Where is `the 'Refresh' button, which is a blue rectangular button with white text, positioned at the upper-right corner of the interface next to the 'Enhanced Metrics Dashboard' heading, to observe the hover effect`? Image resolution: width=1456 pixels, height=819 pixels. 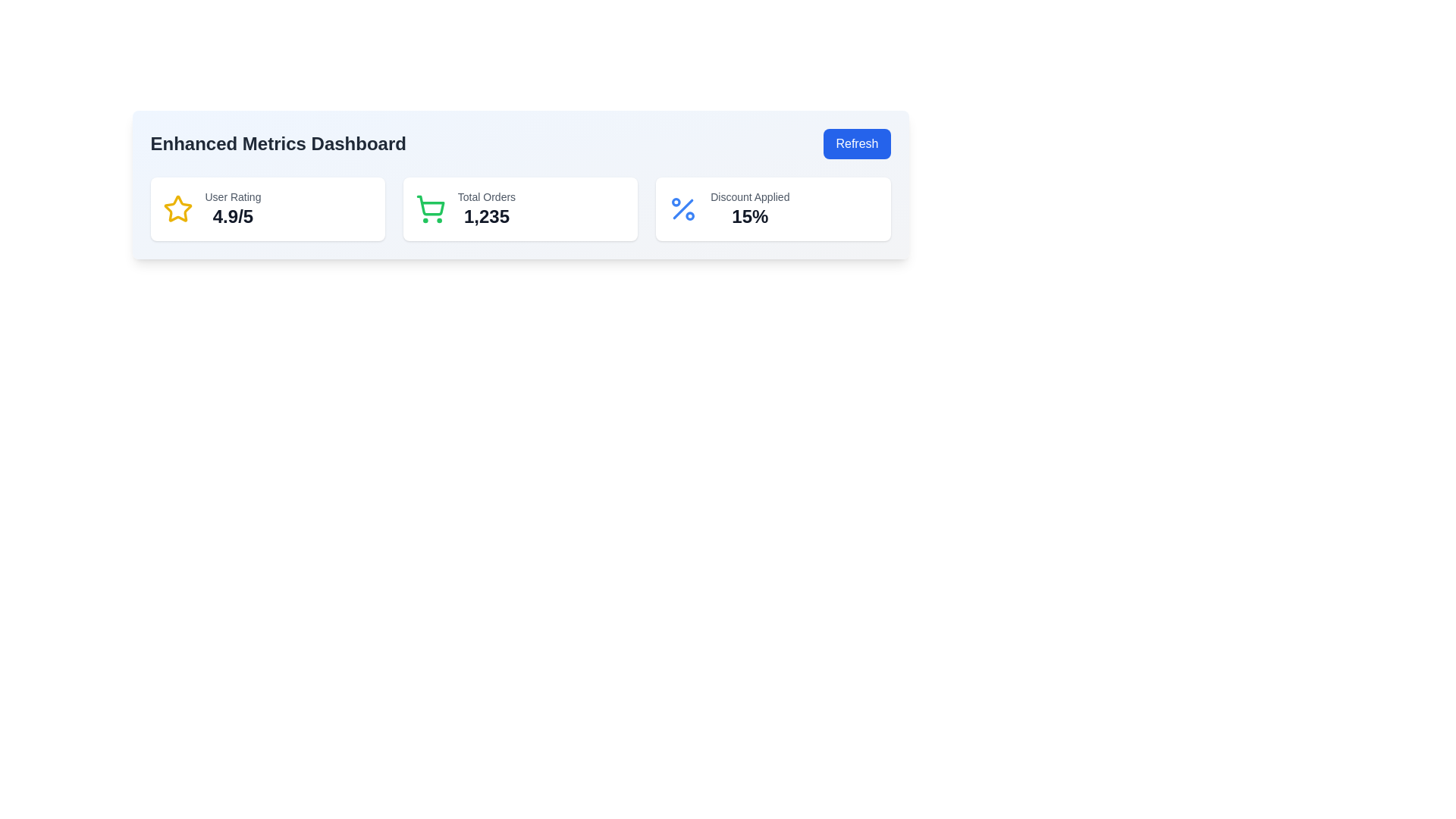
the 'Refresh' button, which is a blue rectangular button with white text, positioned at the upper-right corner of the interface next to the 'Enhanced Metrics Dashboard' heading, to observe the hover effect is located at coordinates (857, 143).